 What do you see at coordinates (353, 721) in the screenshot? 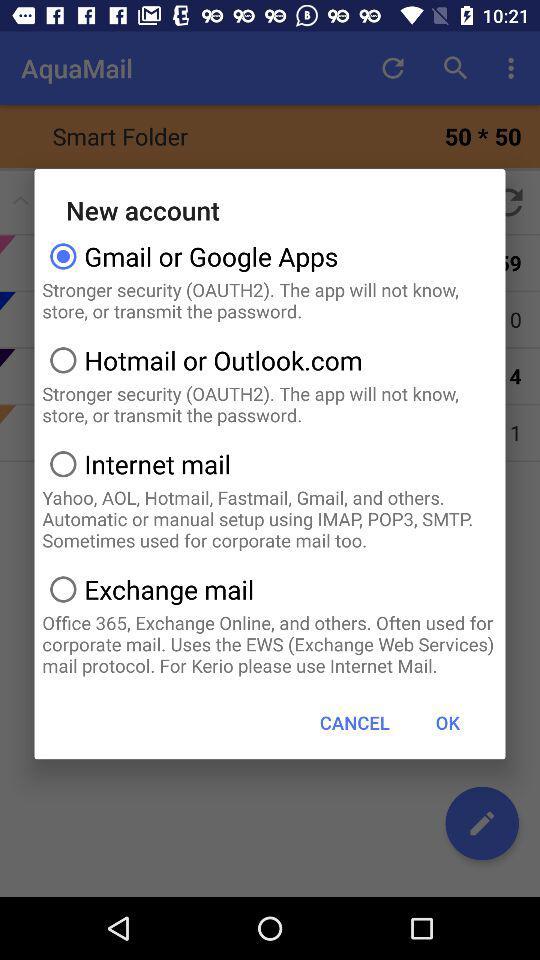
I see `the cancel button` at bounding box center [353, 721].